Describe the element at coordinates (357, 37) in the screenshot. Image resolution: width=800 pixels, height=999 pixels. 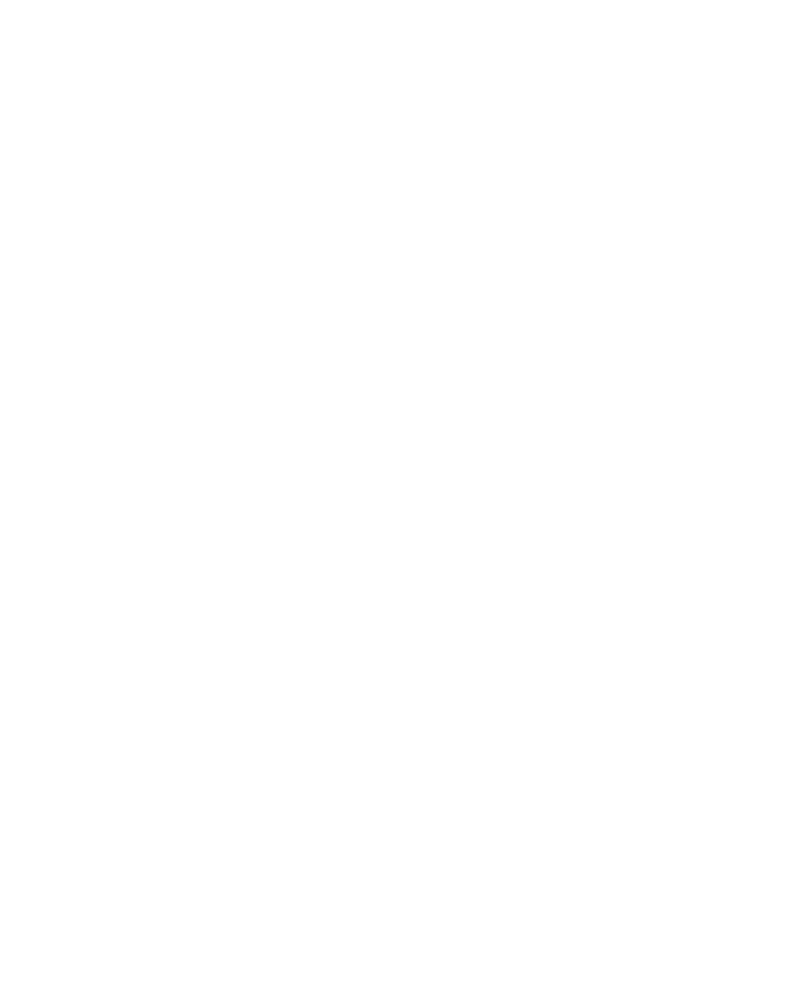
I see `''Sound Reinforcement for Audio Engineers' is a deep dive into the workings of current state-of-the-art sound reinforcement systems.'` at that location.